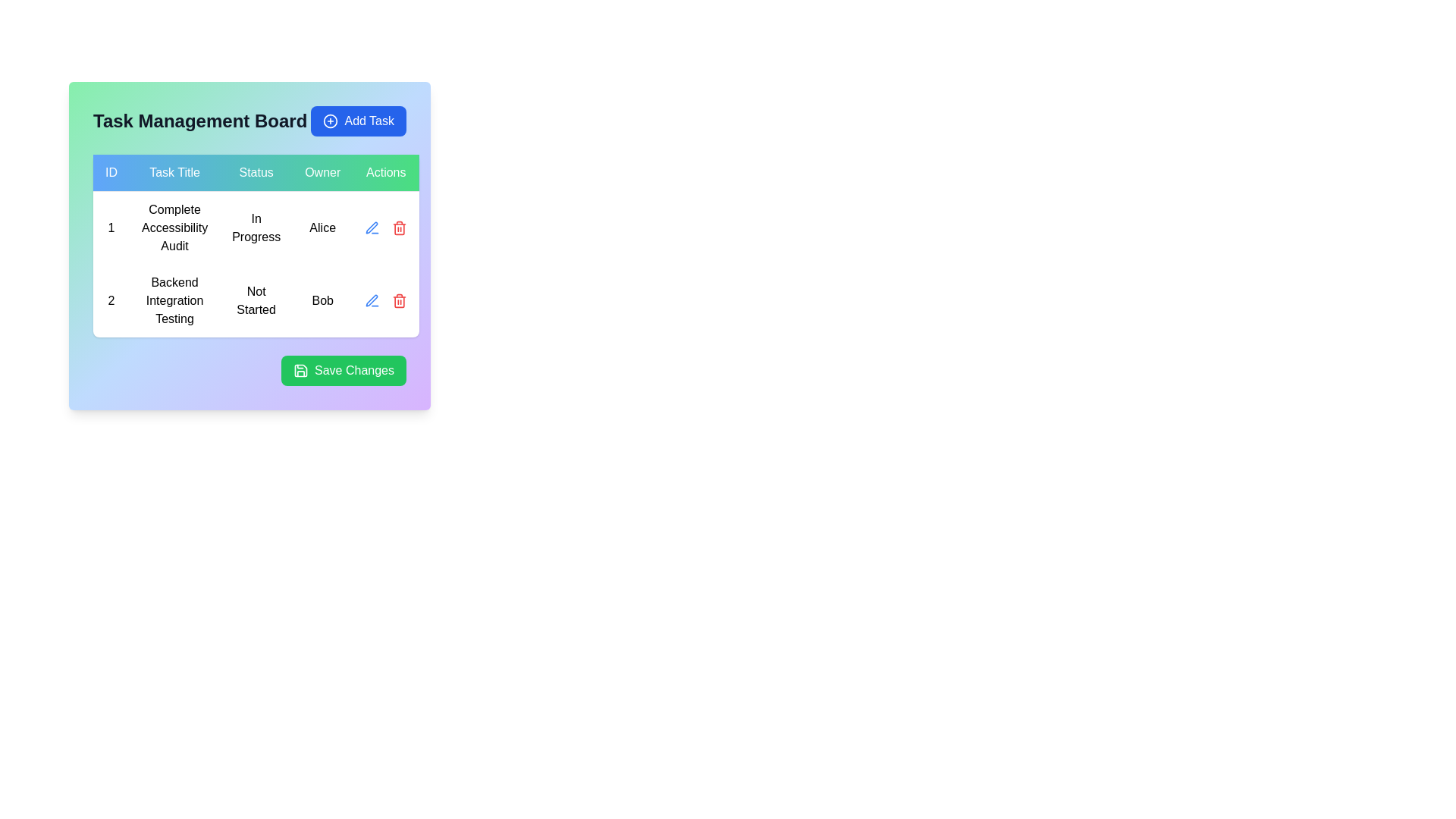 The width and height of the screenshot is (1456, 819). Describe the element at coordinates (330, 120) in the screenshot. I see `the icon that indicates adding a new task, located at the top-right corner of the interface, next to the 'Task Management Board' title and within the 'Add Task' button group` at that location.